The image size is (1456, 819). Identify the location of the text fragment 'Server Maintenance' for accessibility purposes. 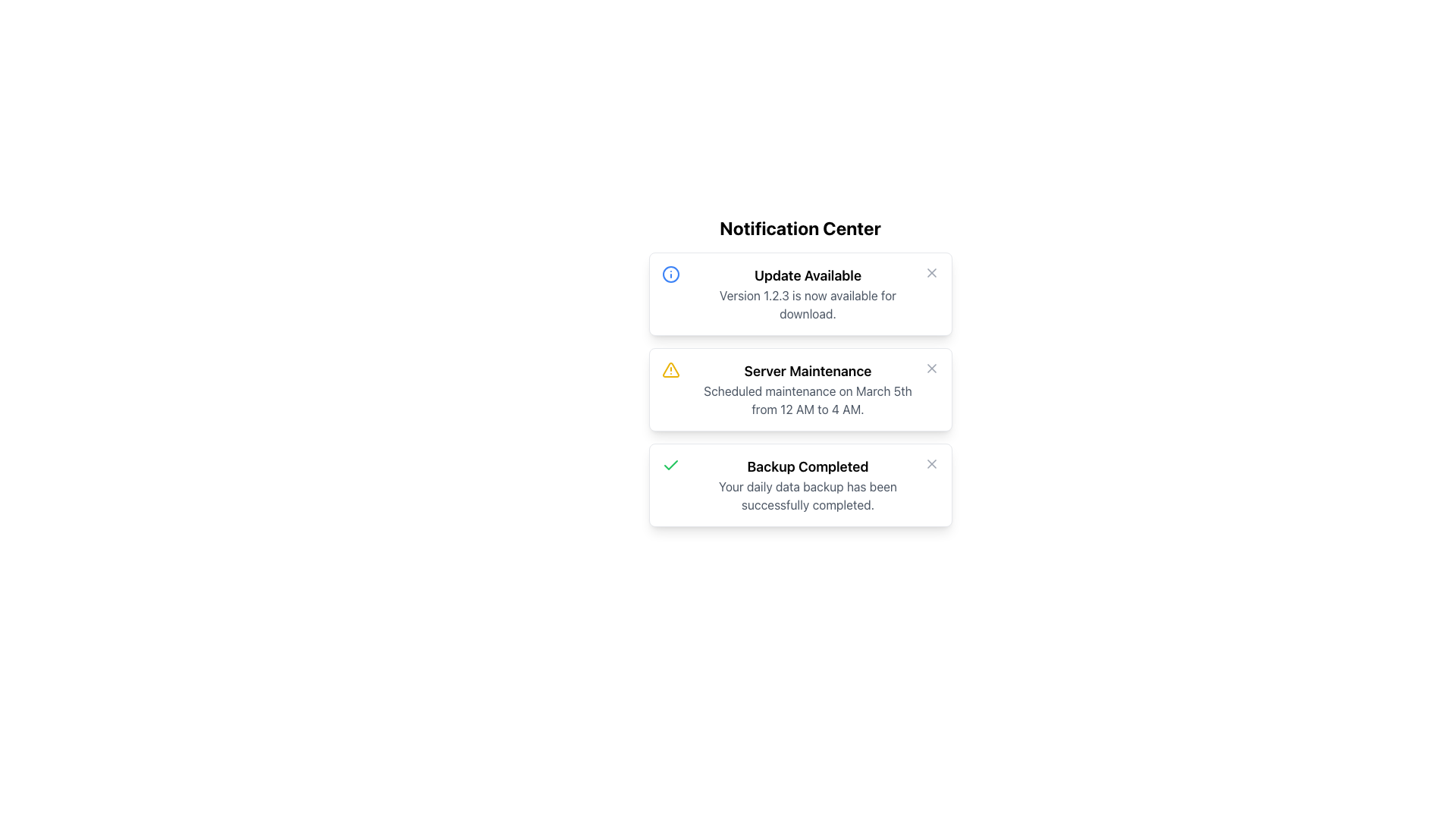
(807, 371).